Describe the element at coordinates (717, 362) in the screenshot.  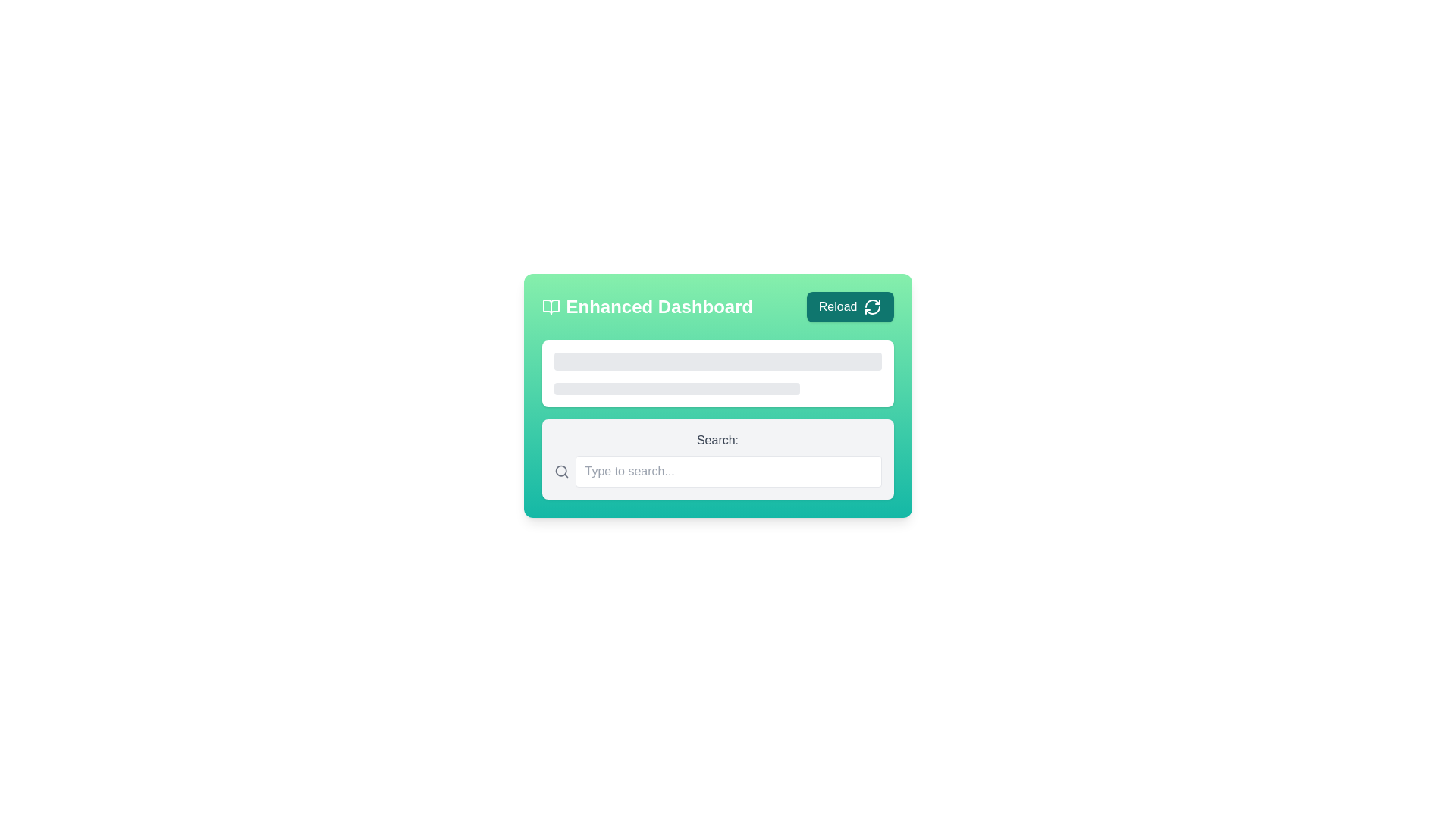
I see `the static visual placeholder element that serves as a loading indicator, positioned centrally above a smaller rectangular bar` at that location.